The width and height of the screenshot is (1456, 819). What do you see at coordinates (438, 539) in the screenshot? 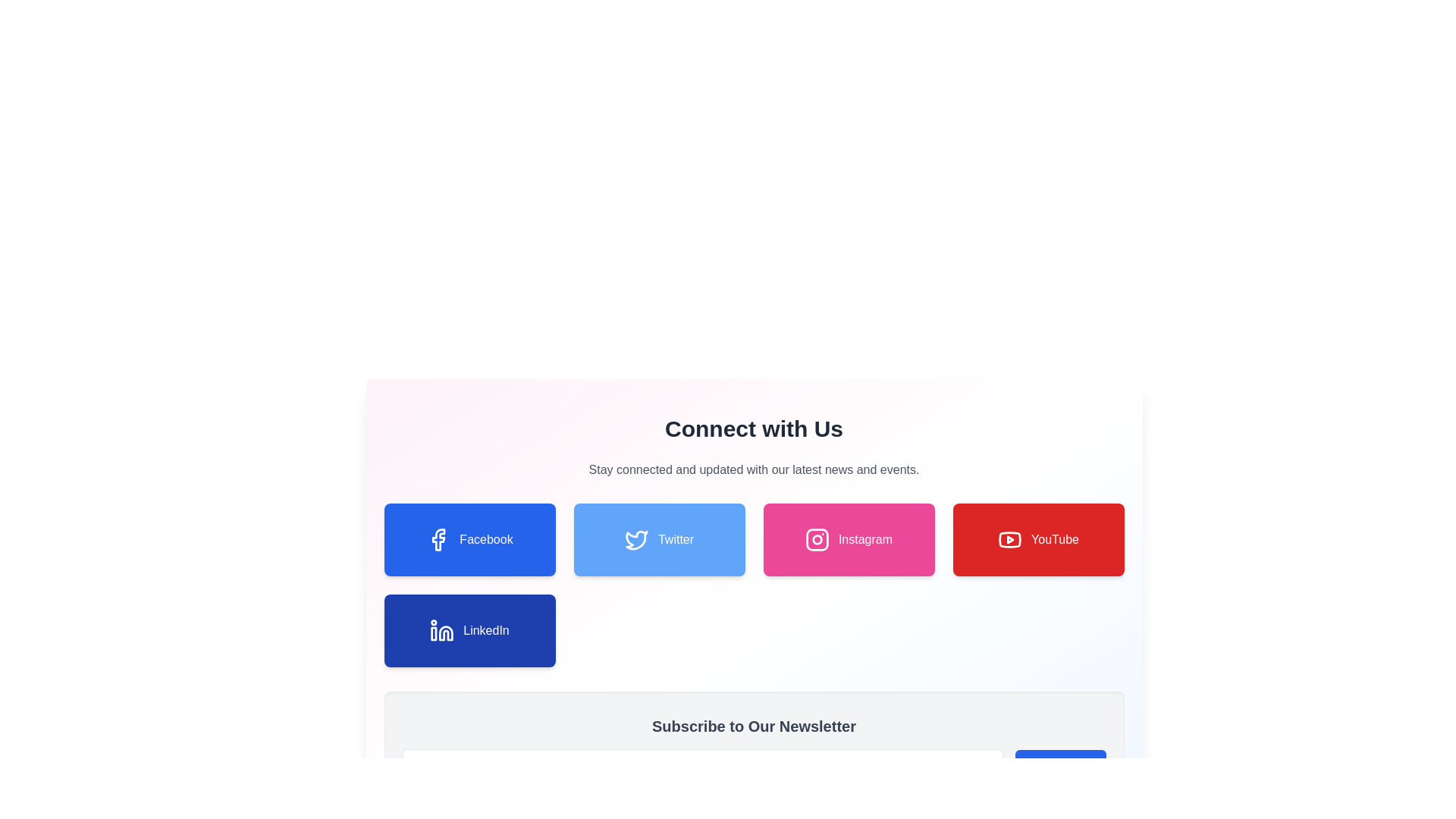
I see `the Facebook icon, which is a lowercase 'f' within a circular outline, located to the left of the 'Facebook' text label in a blue rectangular button` at bounding box center [438, 539].